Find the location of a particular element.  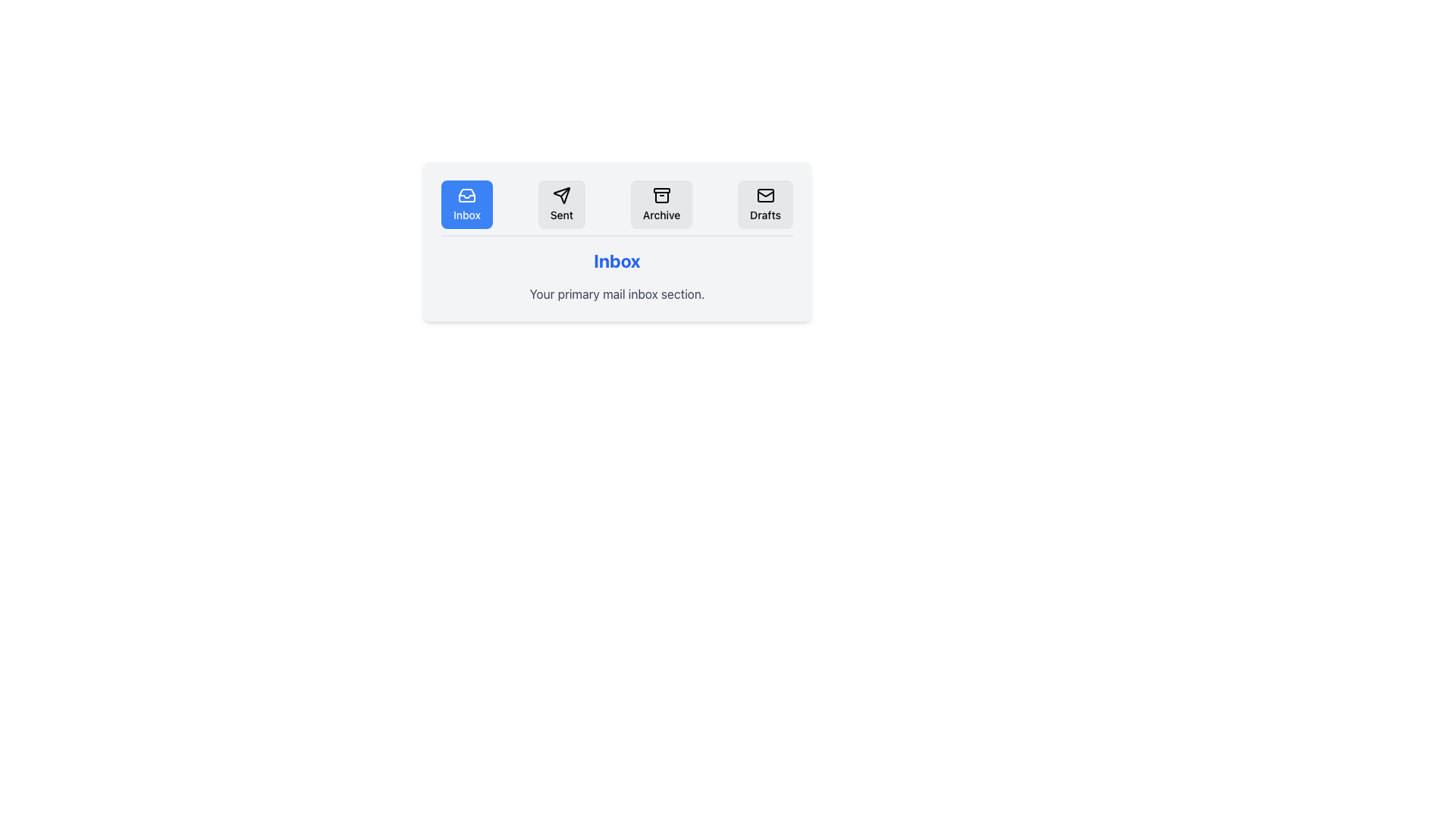

the descriptive text element displaying 'Your primary mail inbox section.' located beneath the header 'Inbox' is located at coordinates (617, 294).